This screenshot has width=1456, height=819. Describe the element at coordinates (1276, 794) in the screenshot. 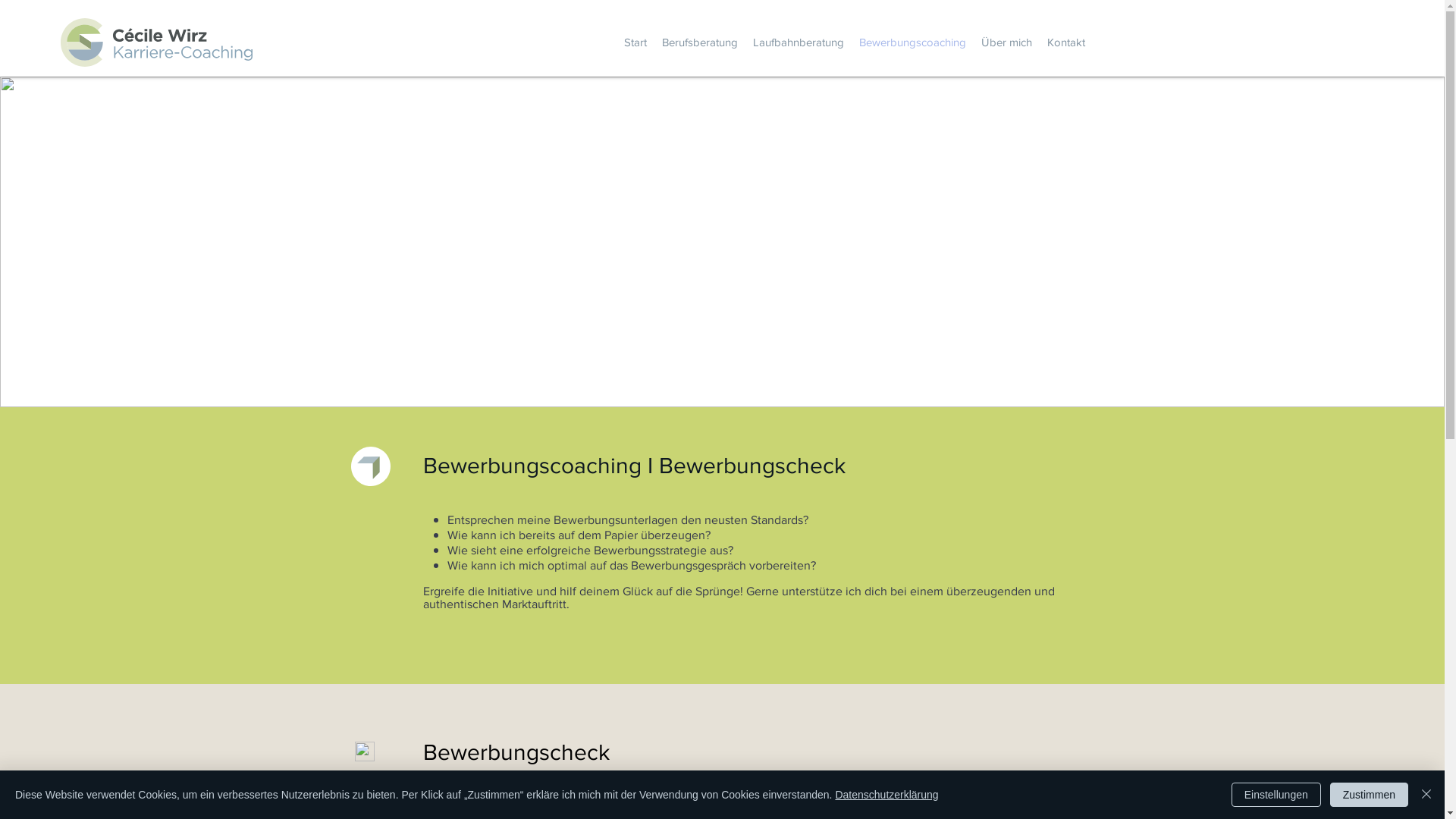

I see `'Einstellungen'` at that location.